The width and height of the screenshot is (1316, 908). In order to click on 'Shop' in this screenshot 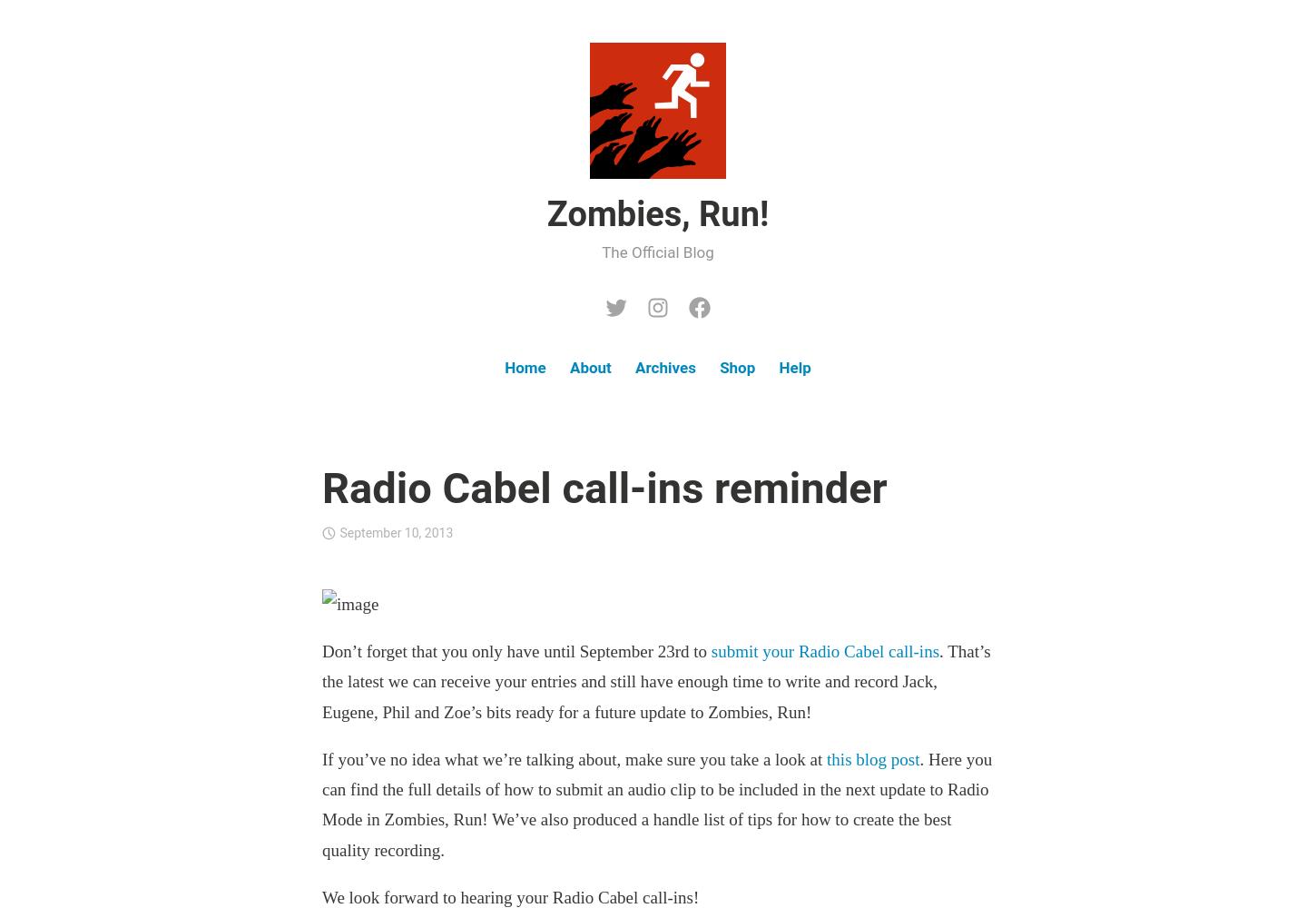, I will do `click(720, 368)`.